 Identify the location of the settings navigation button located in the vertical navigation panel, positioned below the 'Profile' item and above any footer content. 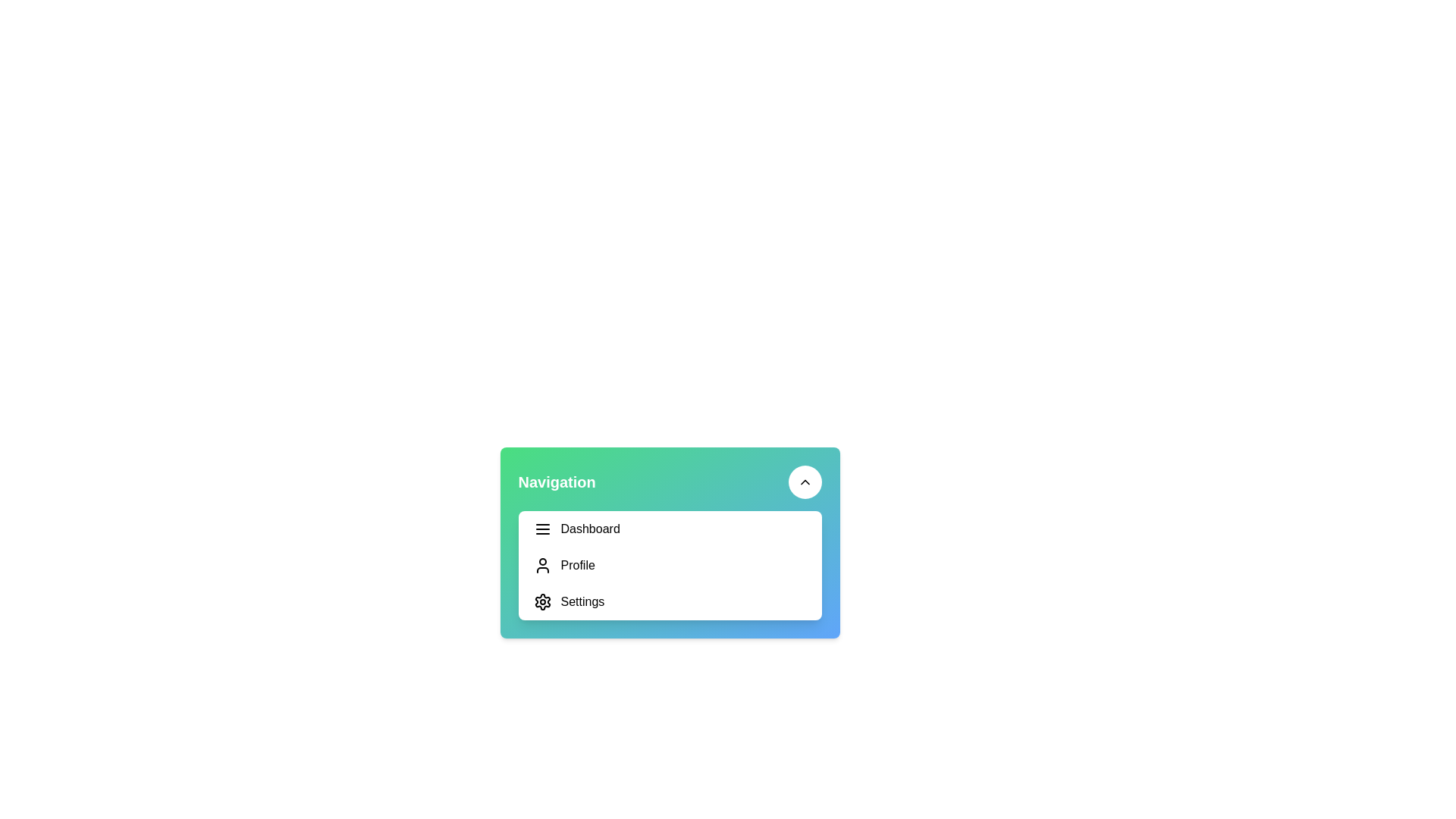
(669, 601).